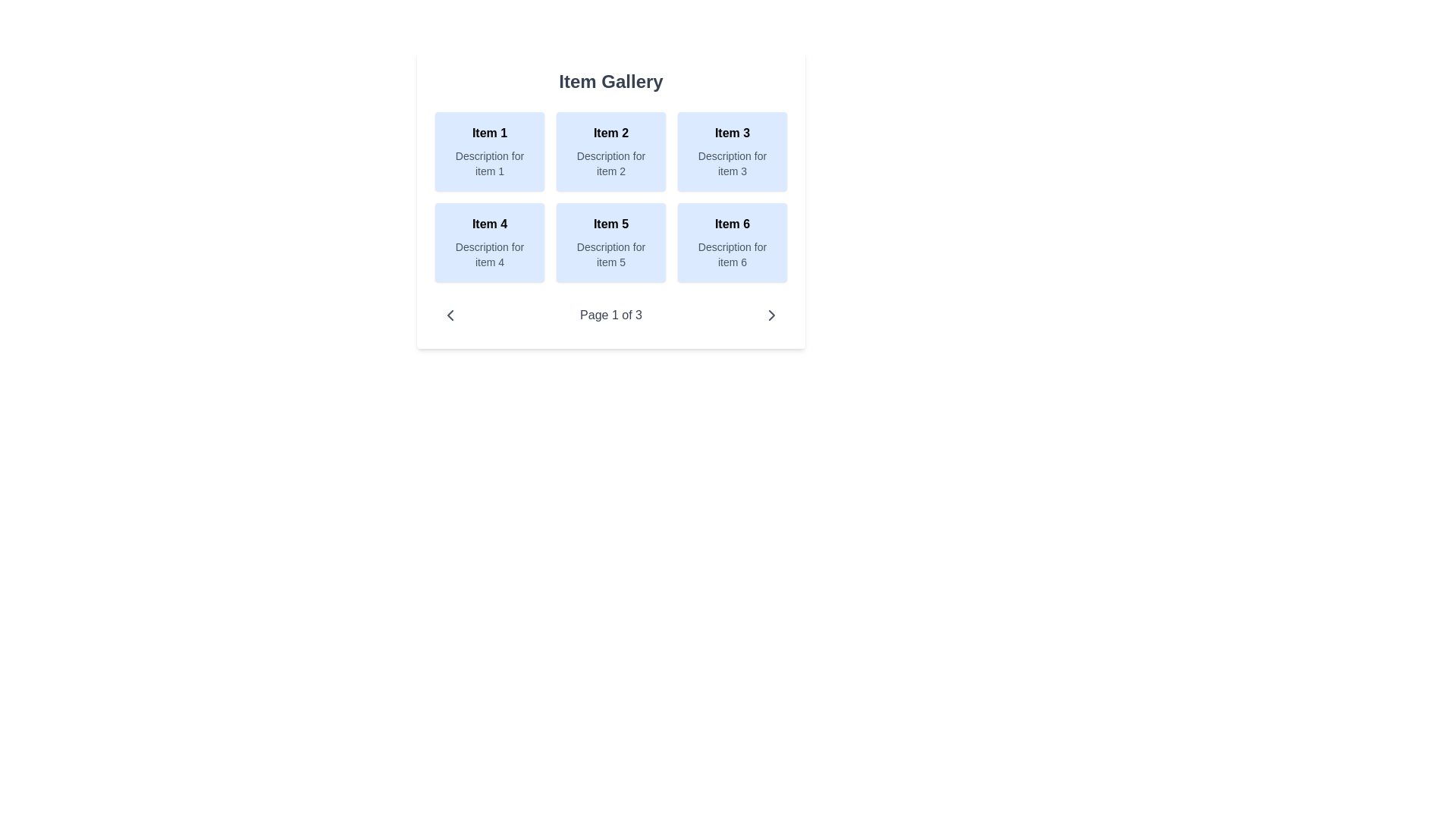 The height and width of the screenshot is (819, 1456). Describe the element at coordinates (732, 152) in the screenshot. I see `text from the informational card displaying 'Item 3' located at the top-right corner of the grid layout` at that location.